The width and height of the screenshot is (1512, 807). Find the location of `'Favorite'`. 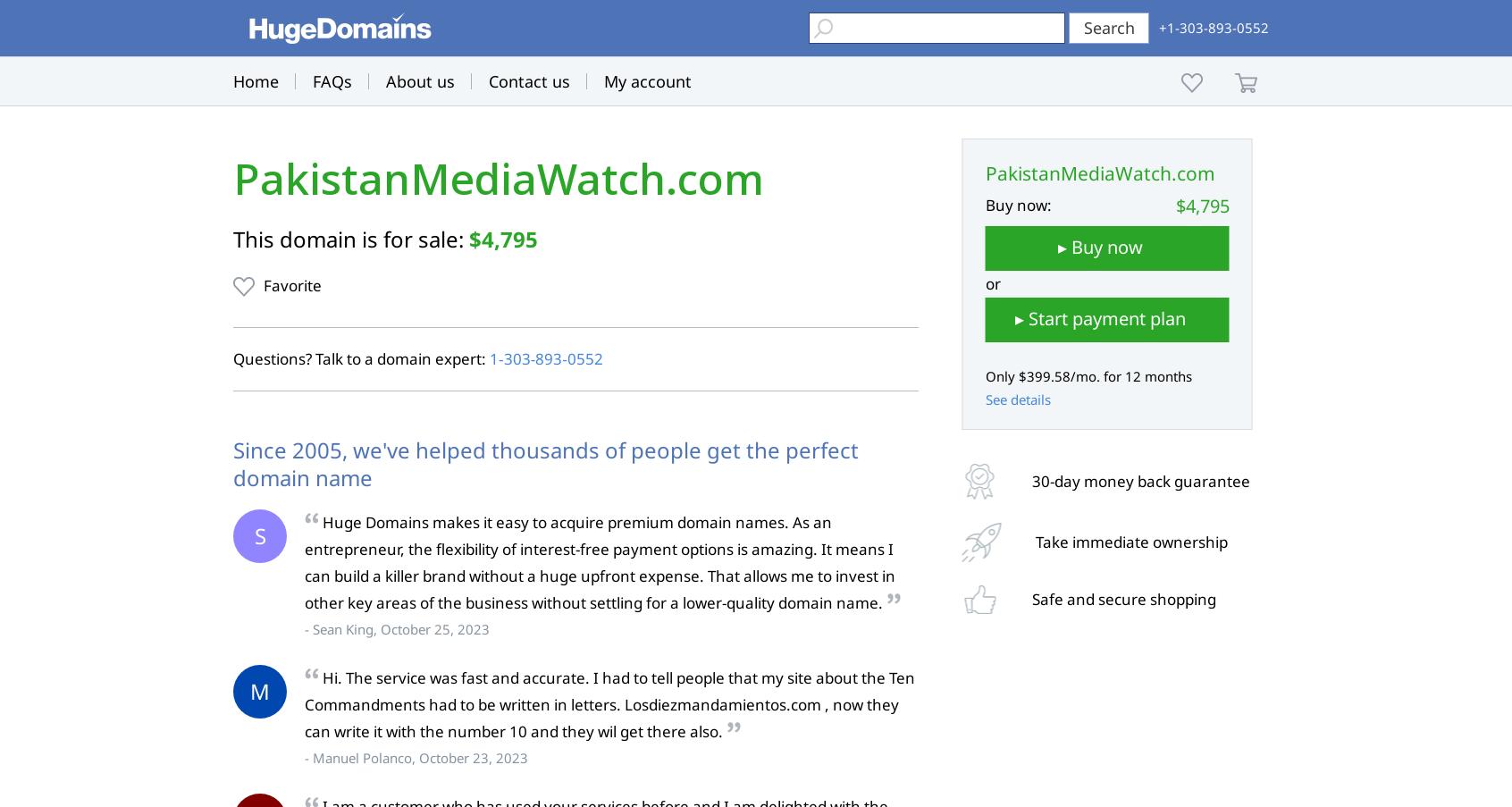

'Favorite' is located at coordinates (291, 284).